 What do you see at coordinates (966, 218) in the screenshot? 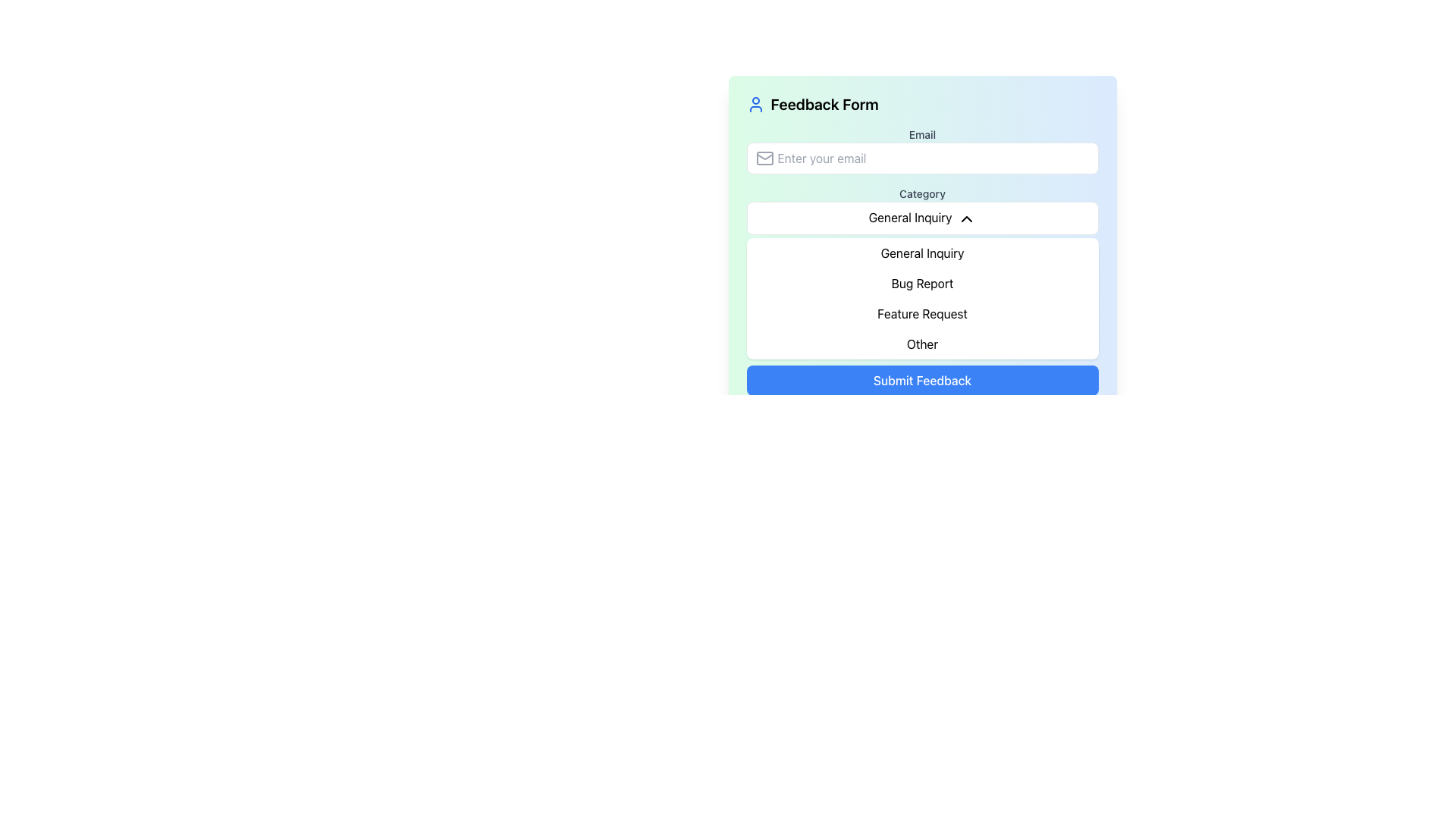
I see `the arrow icon in the 'Category' section that indicates the dropdown menu is expanded` at bounding box center [966, 218].